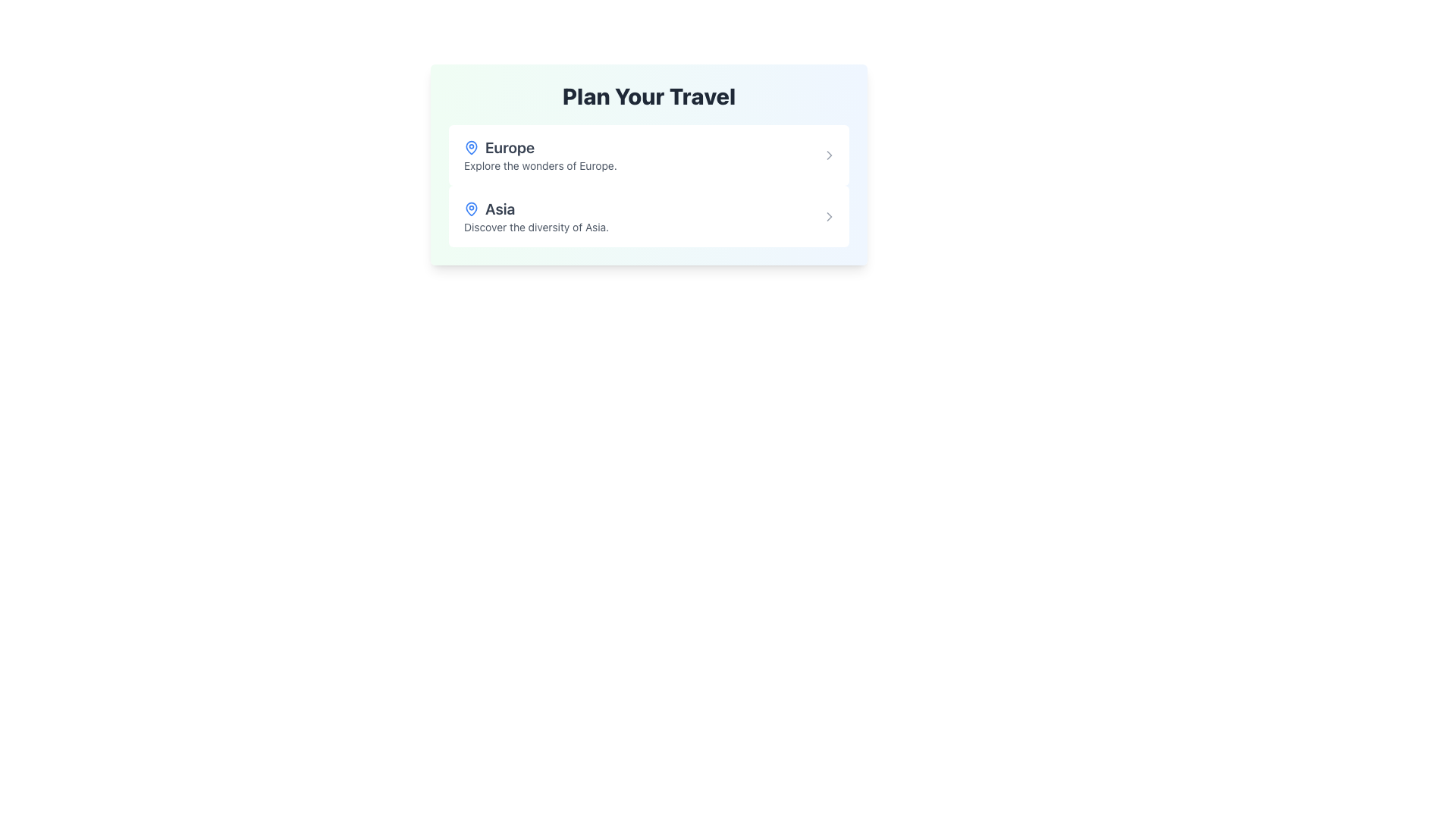  Describe the element at coordinates (540, 155) in the screenshot. I see `the button-like list item displaying 'Europe'` at that location.